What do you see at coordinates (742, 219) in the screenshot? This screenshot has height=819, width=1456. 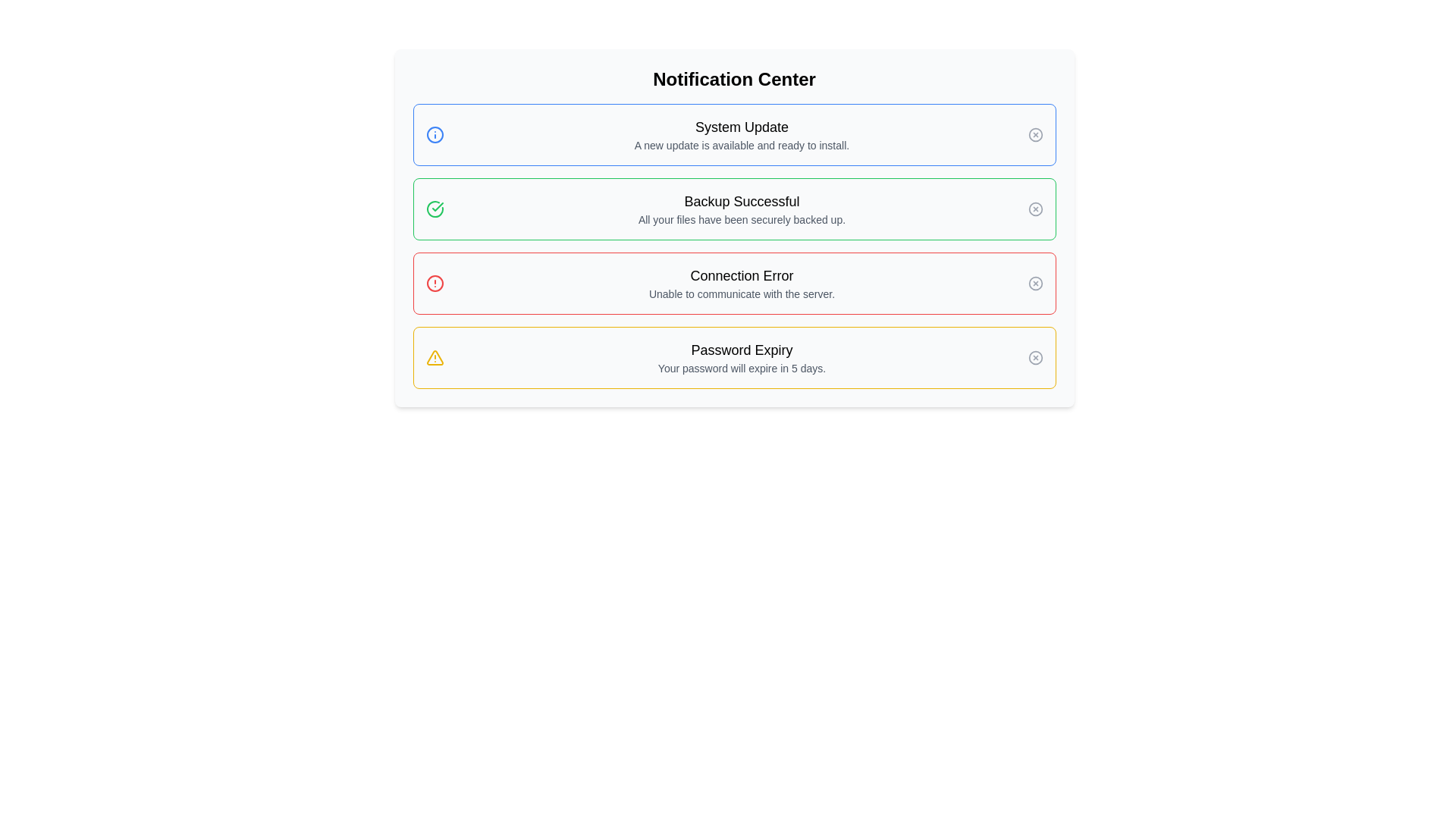 I see `the text string that says 'All your files have been securely backed up.' located in the second notification card from the top in the Notification Center, directly beneath 'Backup Successful'` at bounding box center [742, 219].